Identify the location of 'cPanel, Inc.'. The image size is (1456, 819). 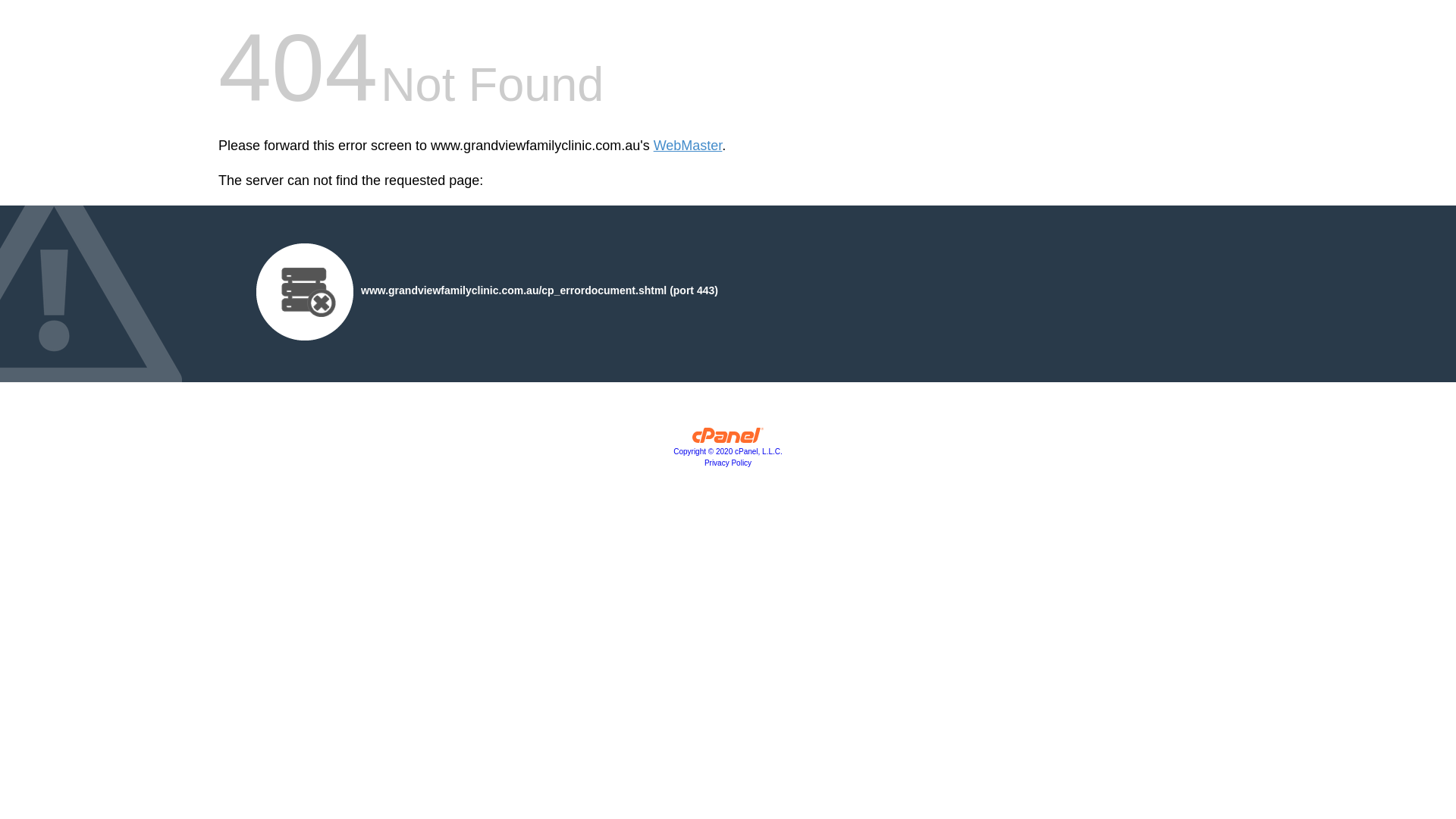
(728, 438).